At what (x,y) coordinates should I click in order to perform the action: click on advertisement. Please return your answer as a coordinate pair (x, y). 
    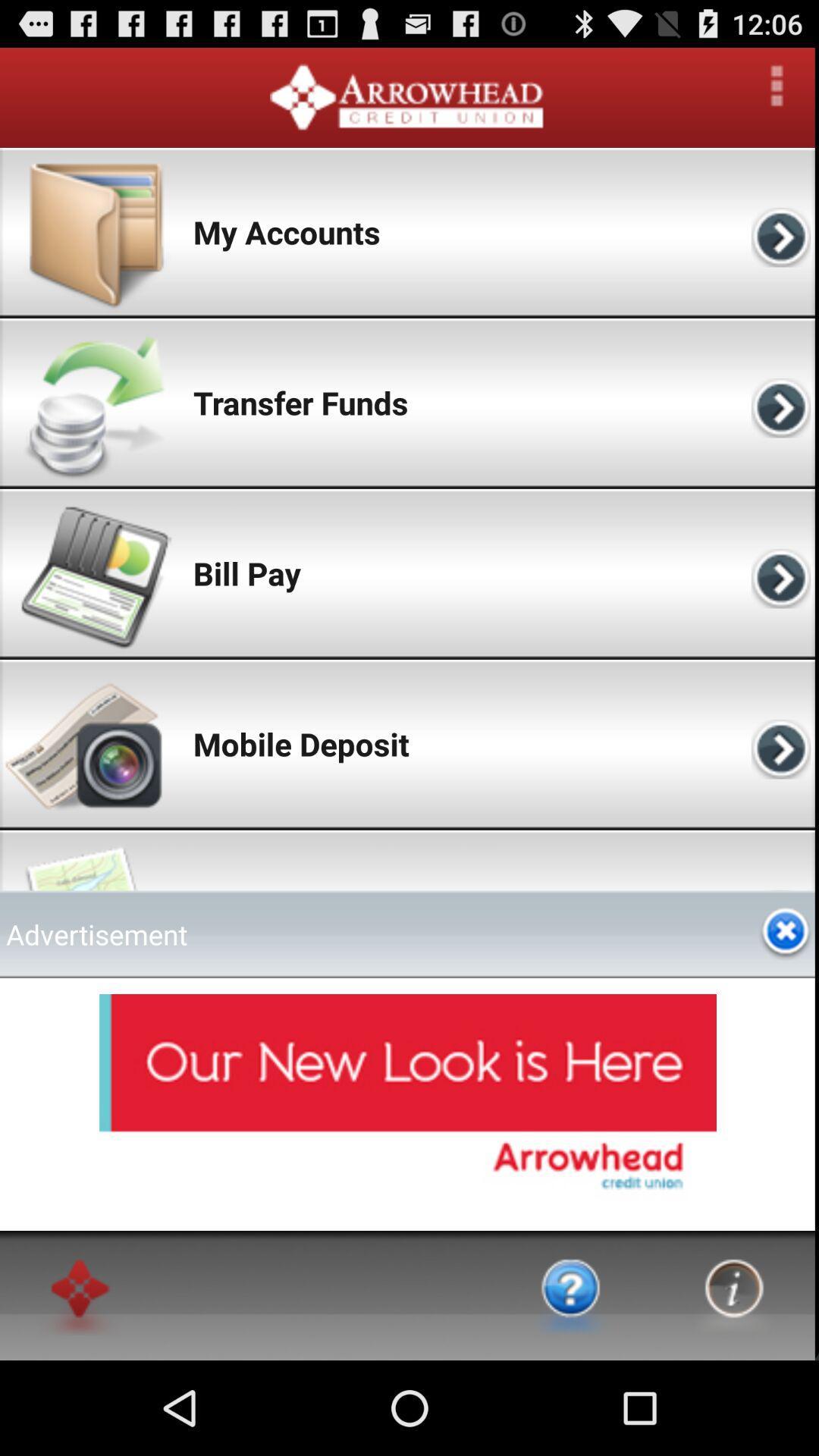
    Looking at the image, I should click on (785, 933).